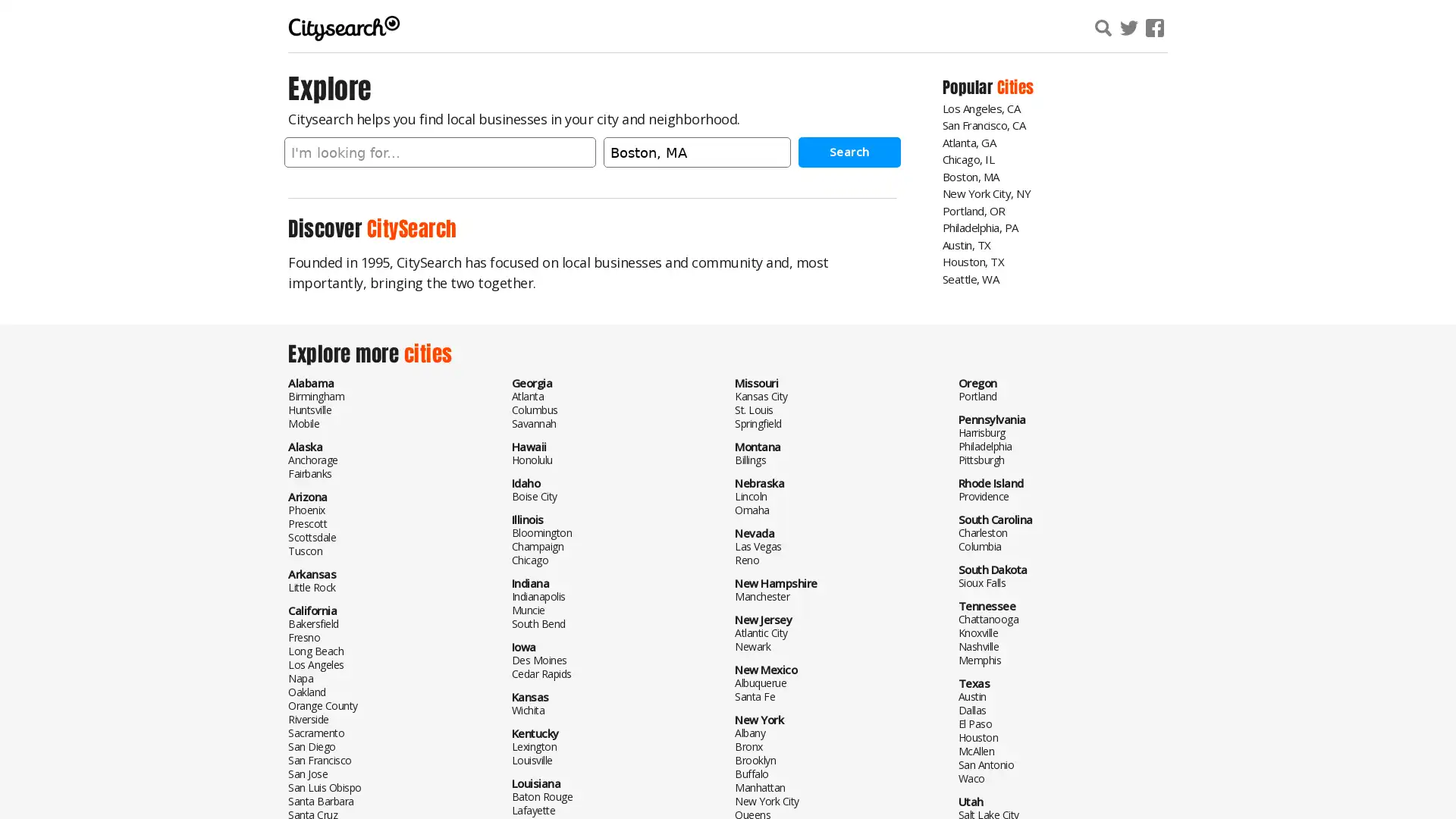 This screenshot has width=1456, height=819. Describe the element at coordinates (848, 152) in the screenshot. I see `Search` at that location.